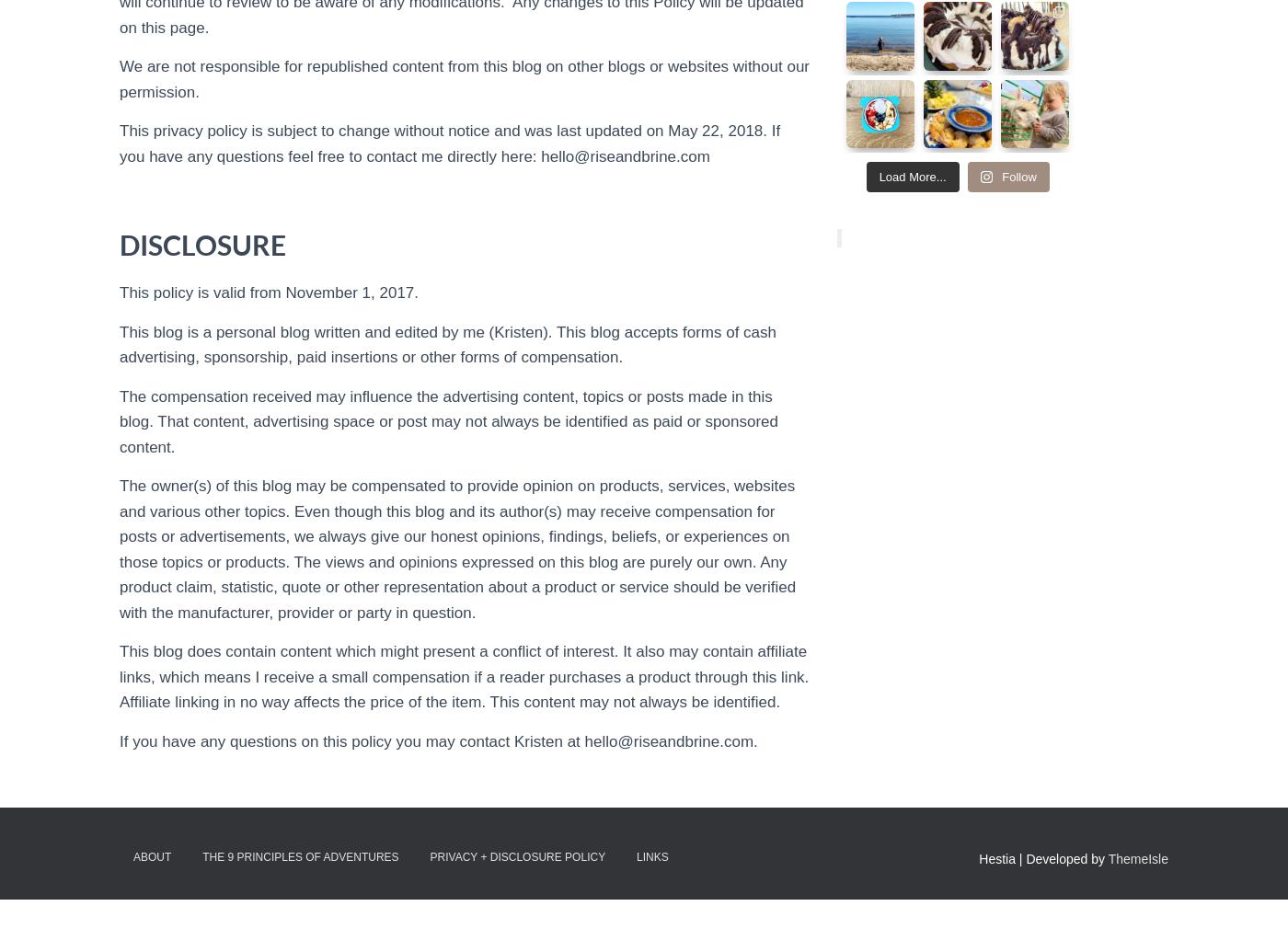  Describe the element at coordinates (120, 244) in the screenshot. I see `'DISCLOSURE'` at that location.